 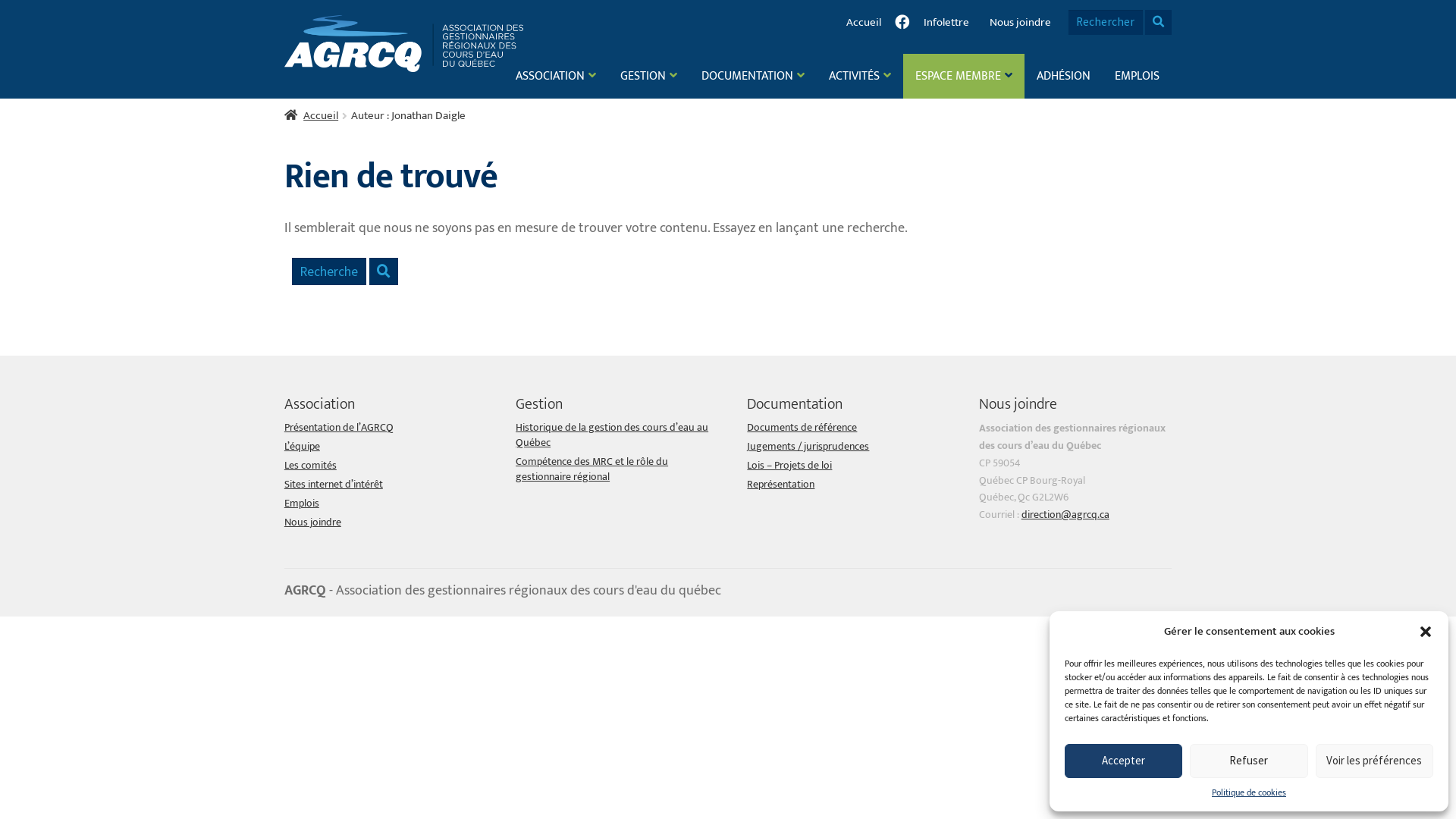 I want to click on 'Facebook', so click(x=902, y=22).